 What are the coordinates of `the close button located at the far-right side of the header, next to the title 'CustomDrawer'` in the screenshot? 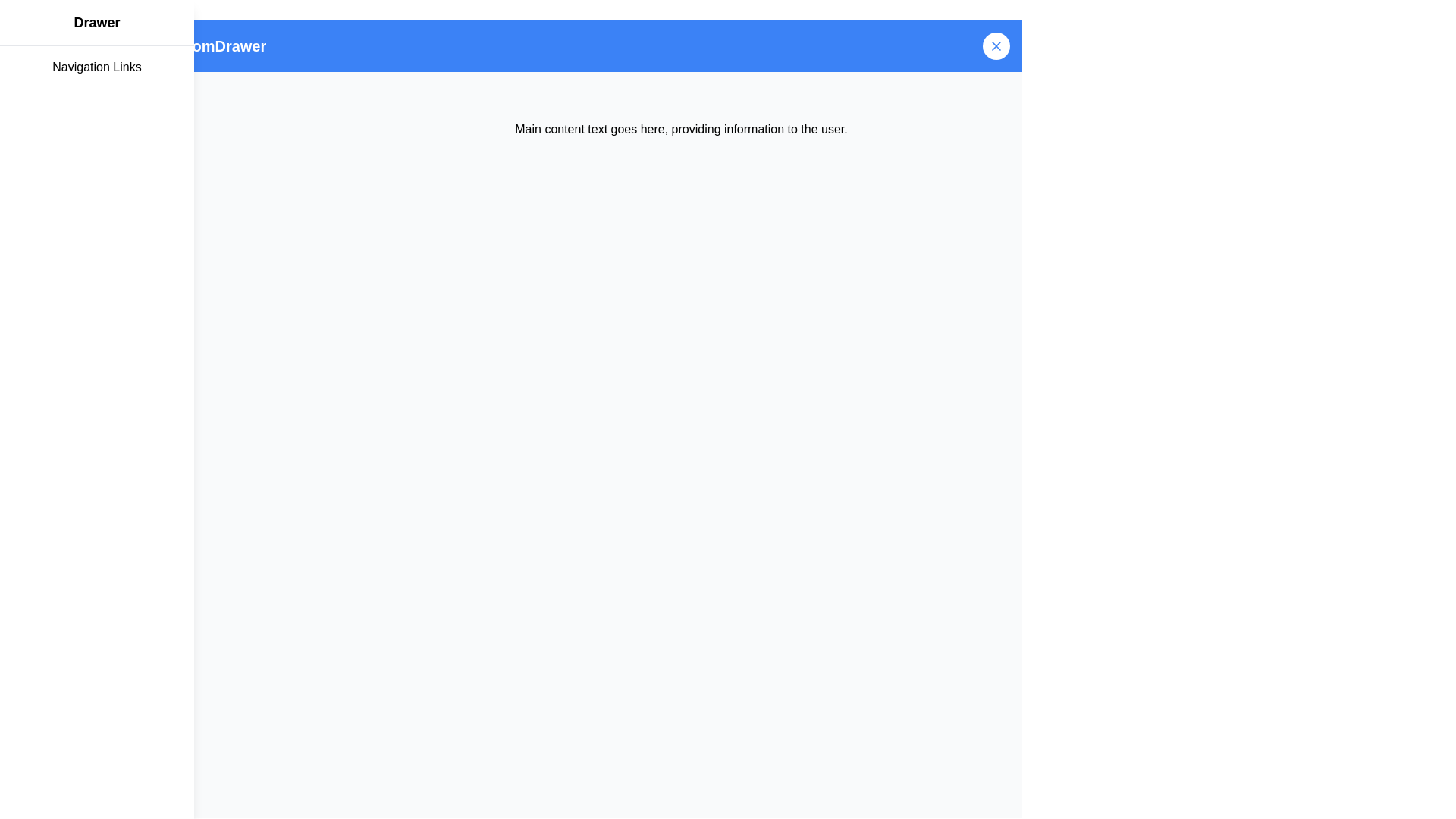 It's located at (996, 45).